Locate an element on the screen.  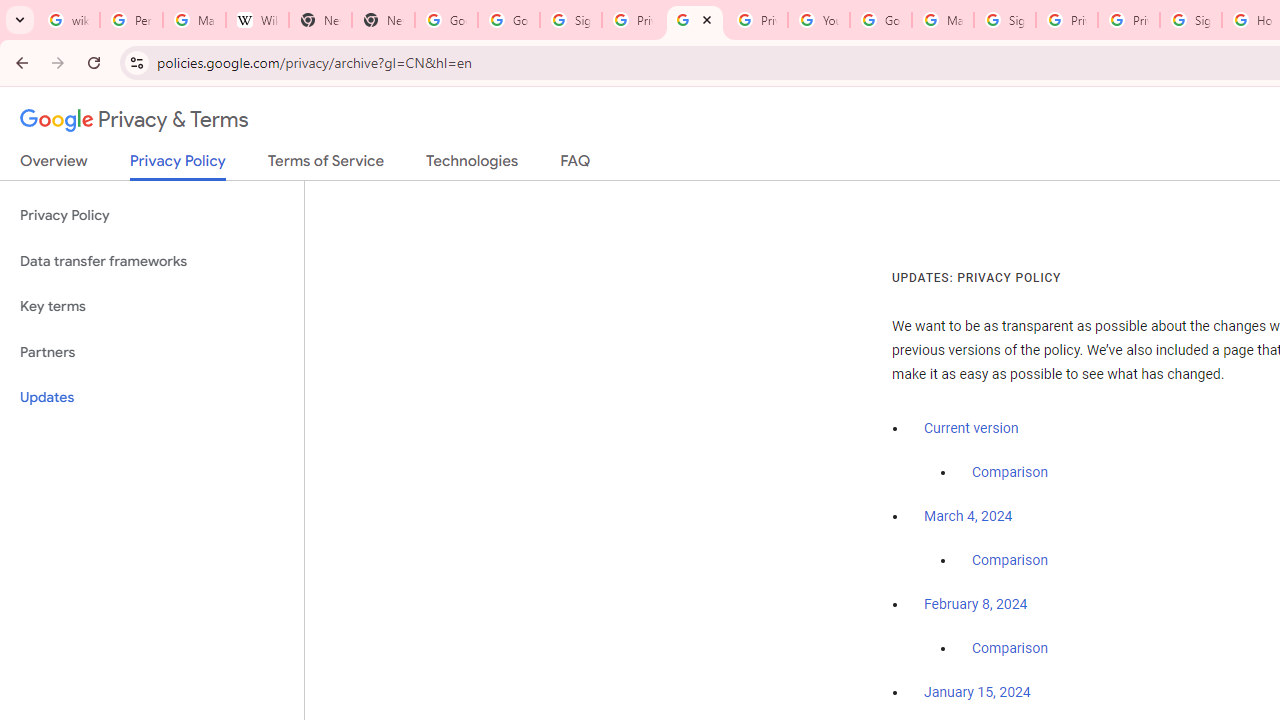
'Current version' is located at coordinates (971, 427).